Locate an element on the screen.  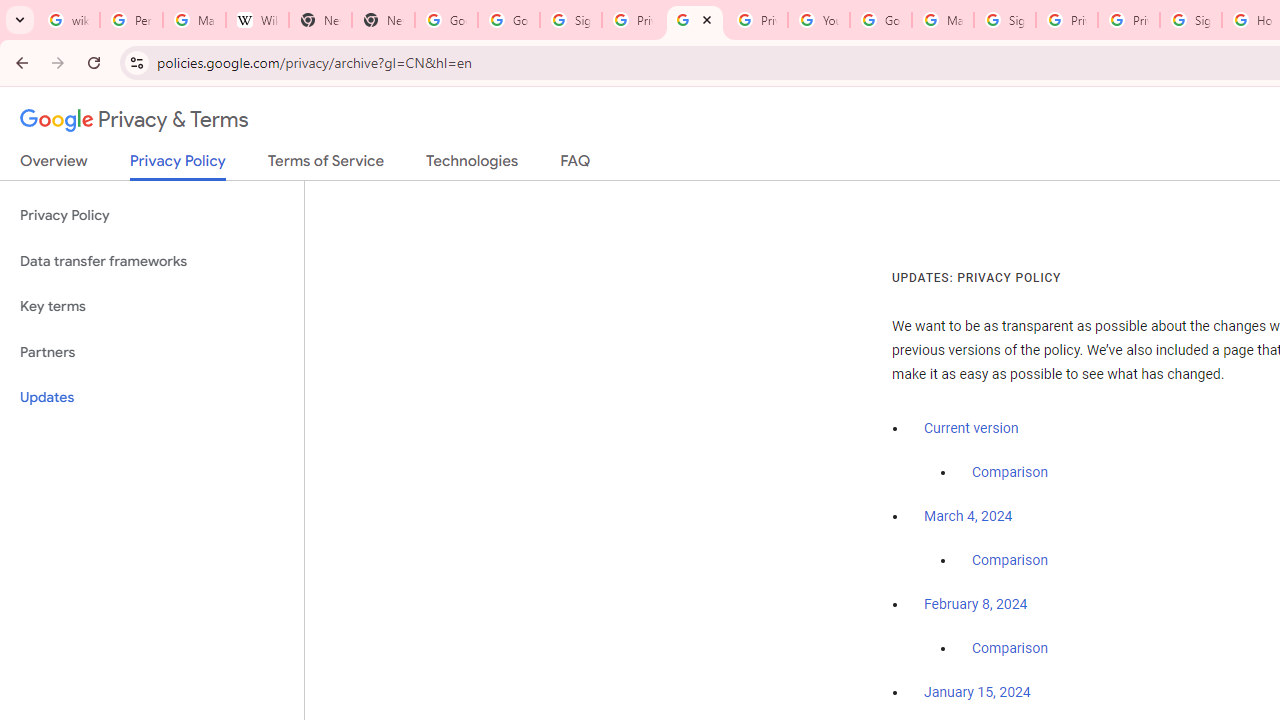
'Current version' is located at coordinates (971, 427).